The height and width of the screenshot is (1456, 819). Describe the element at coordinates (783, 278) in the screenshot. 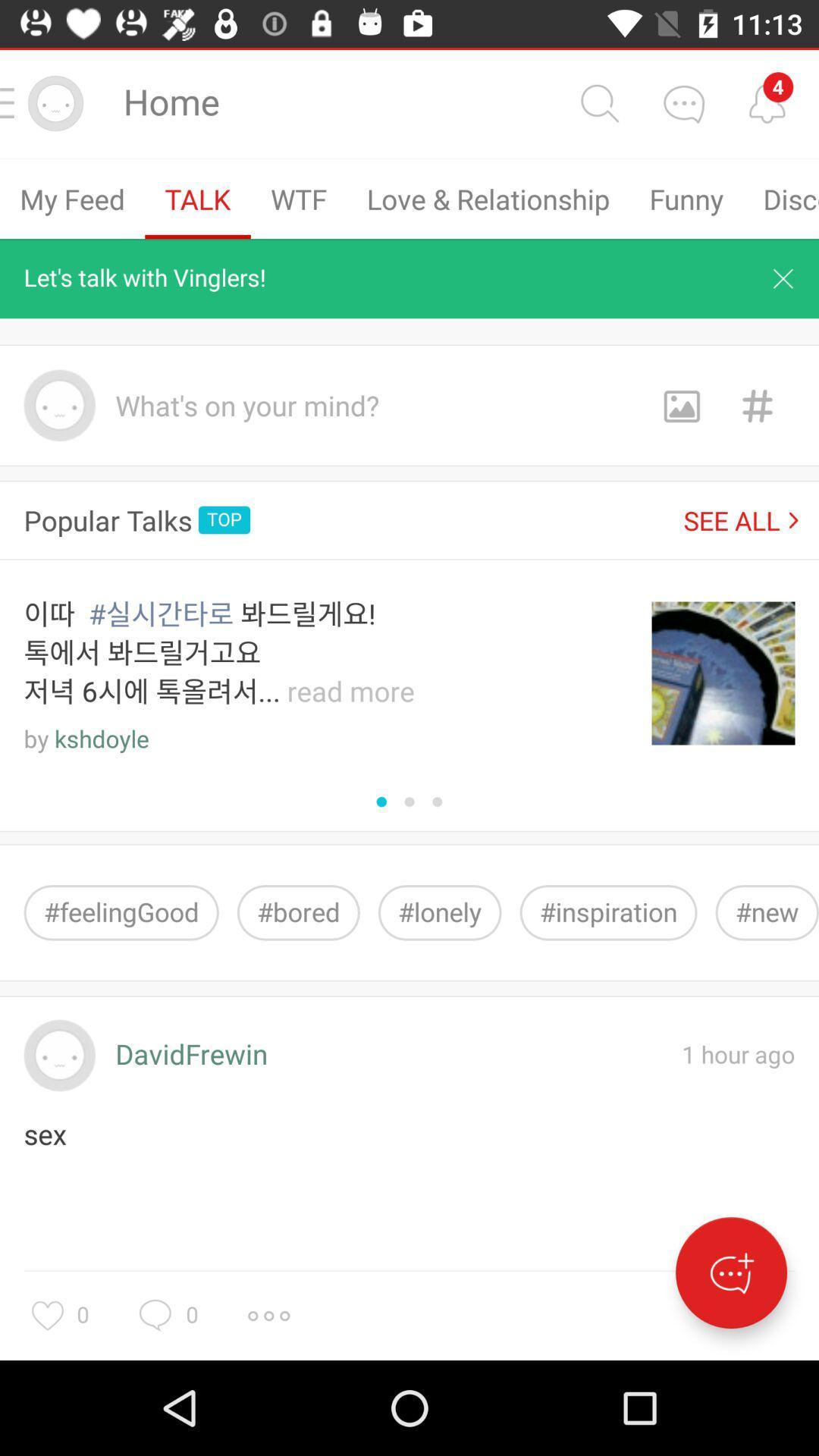

I see `the page` at that location.